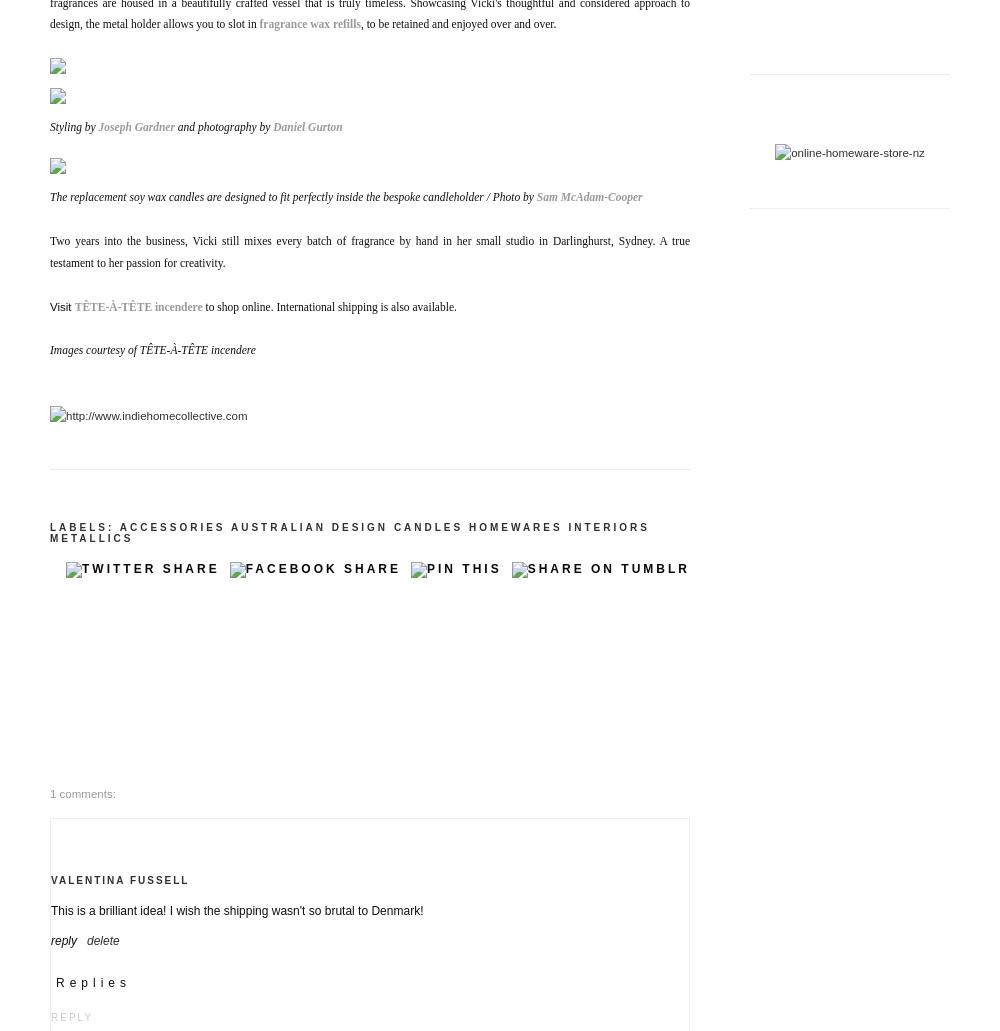 This screenshot has height=1031, width=1000. What do you see at coordinates (102, 938) in the screenshot?
I see `'Delete'` at bounding box center [102, 938].